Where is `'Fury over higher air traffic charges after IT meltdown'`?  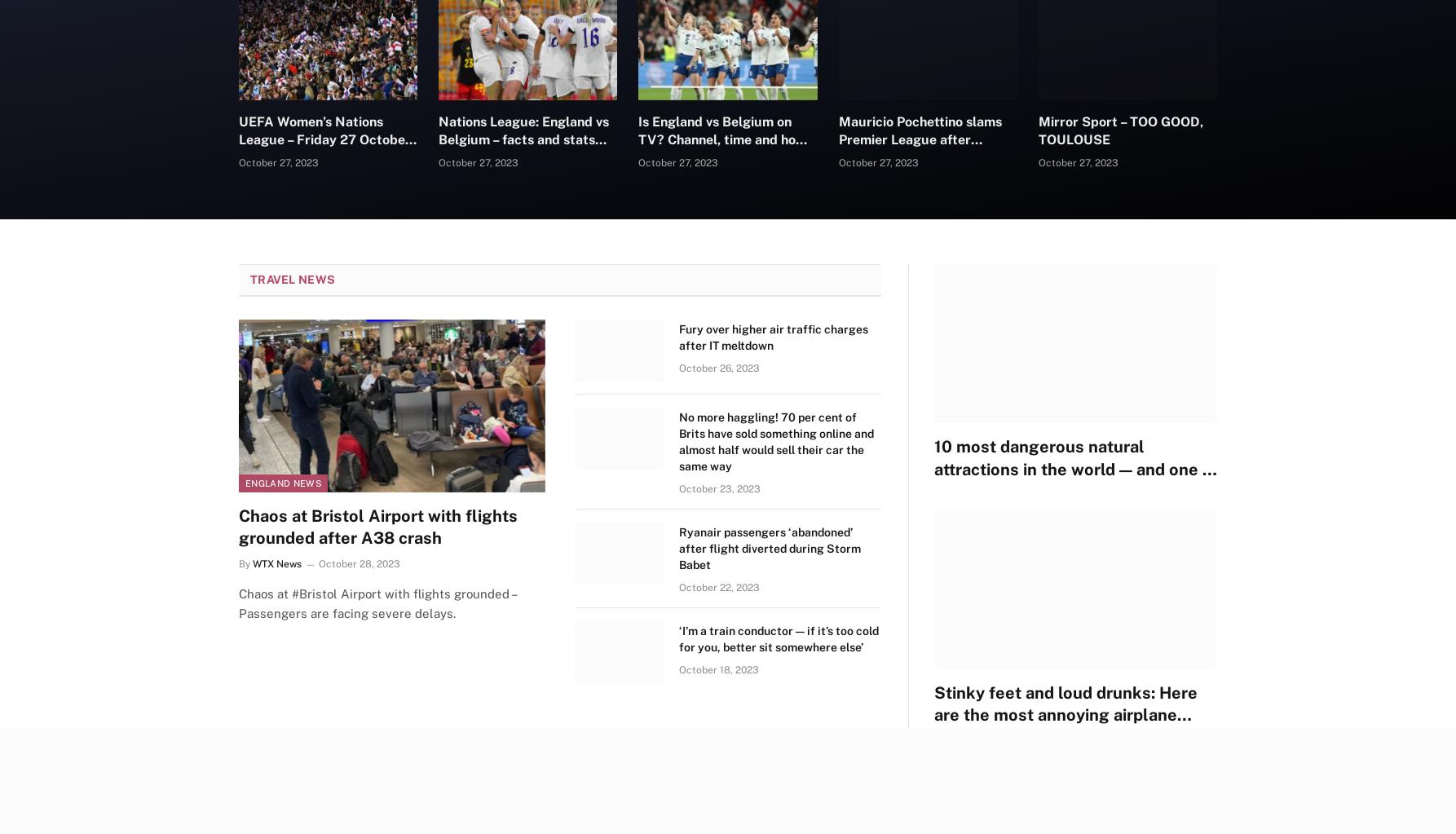 'Fury over higher air traffic charges after IT meltdown' is located at coordinates (774, 338).